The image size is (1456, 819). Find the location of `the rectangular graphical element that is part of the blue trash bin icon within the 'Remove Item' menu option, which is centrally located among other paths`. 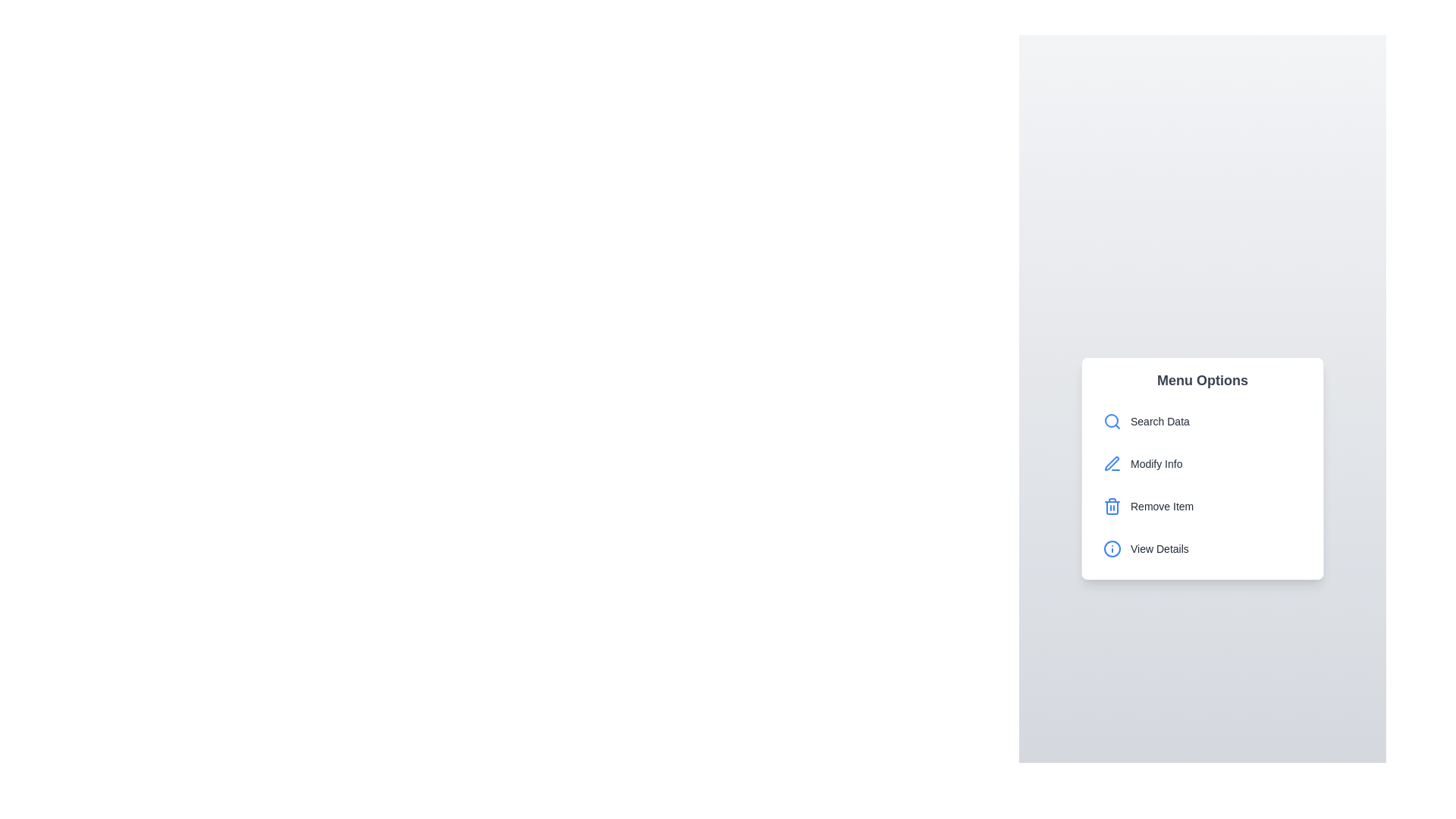

the rectangular graphical element that is part of the blue trash bin icon within the 'Remove Item' menu option, which is centrally located among other paths is located at coordinates (1112, 508).